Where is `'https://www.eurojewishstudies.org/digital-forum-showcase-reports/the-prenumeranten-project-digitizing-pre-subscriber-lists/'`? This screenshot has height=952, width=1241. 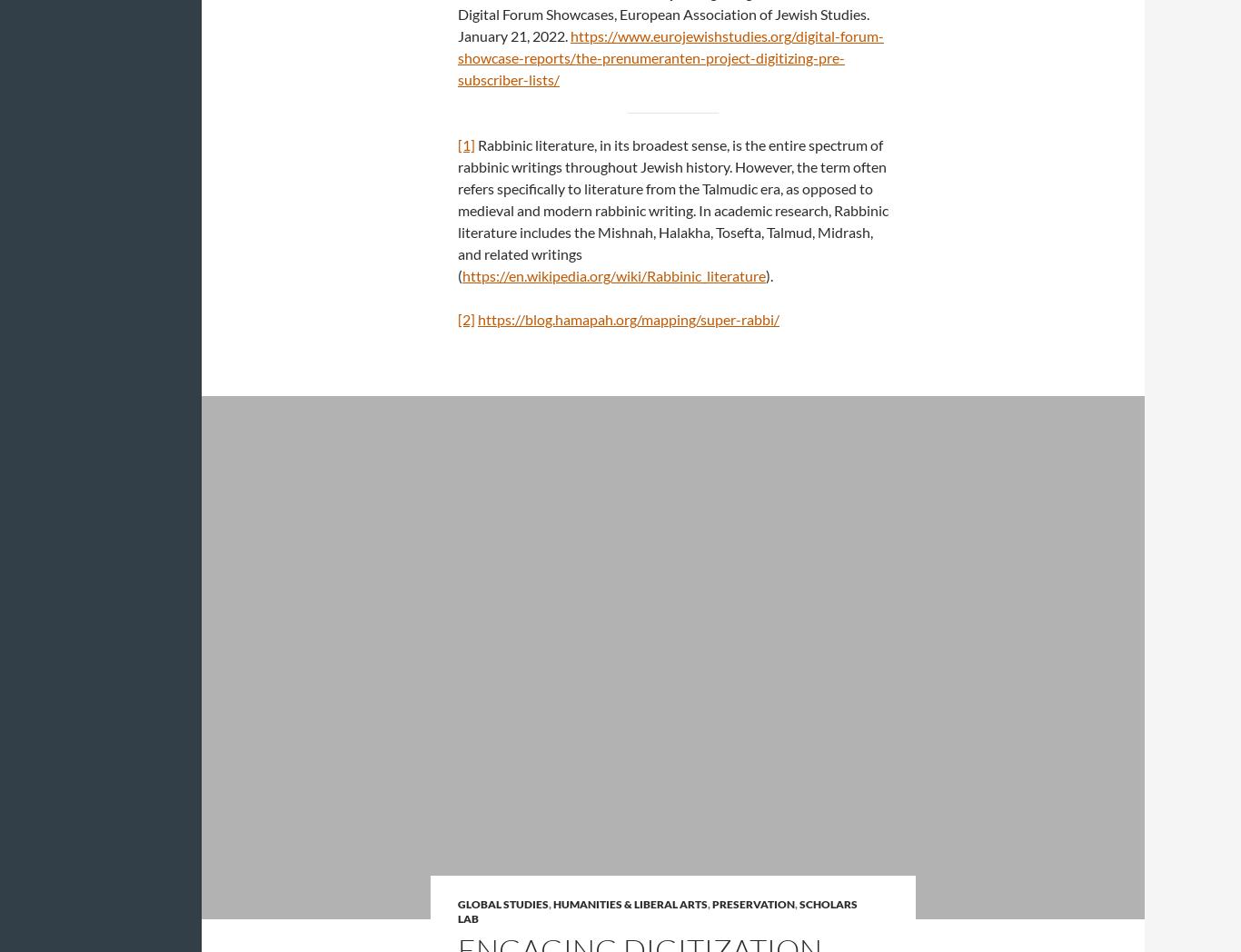
'https://www.eurojewishstudies.org/digital-forum-showcase-reports/the-prenumeranten-project-digitizing-pre-subscriber-lists/' is located at coordinates (670, 57).